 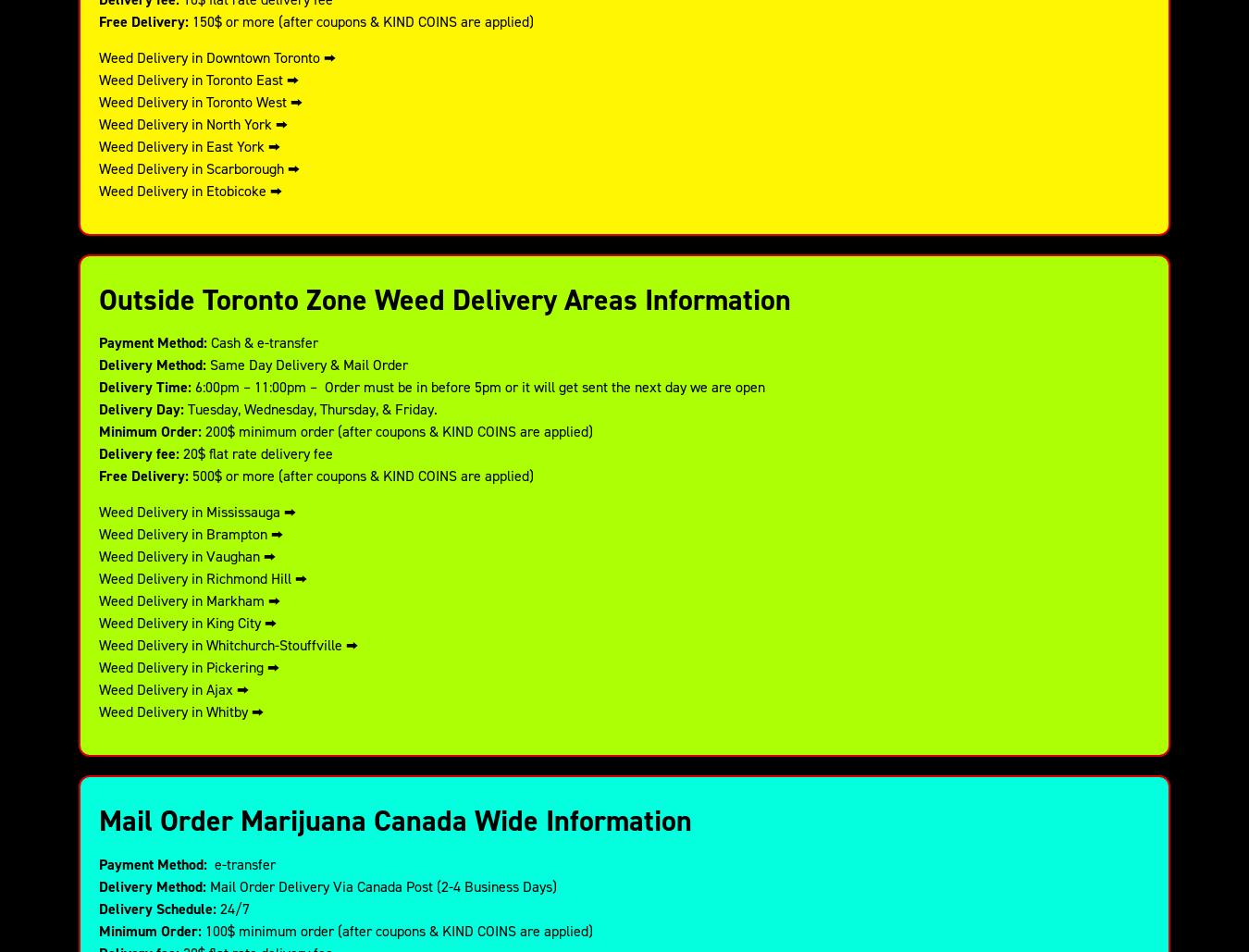 What do you see at coordinates (191, 190) in the screenshot?
I see `'Weed Delivery in Etobicoke ⮕'` at bounding box center [191, 190].